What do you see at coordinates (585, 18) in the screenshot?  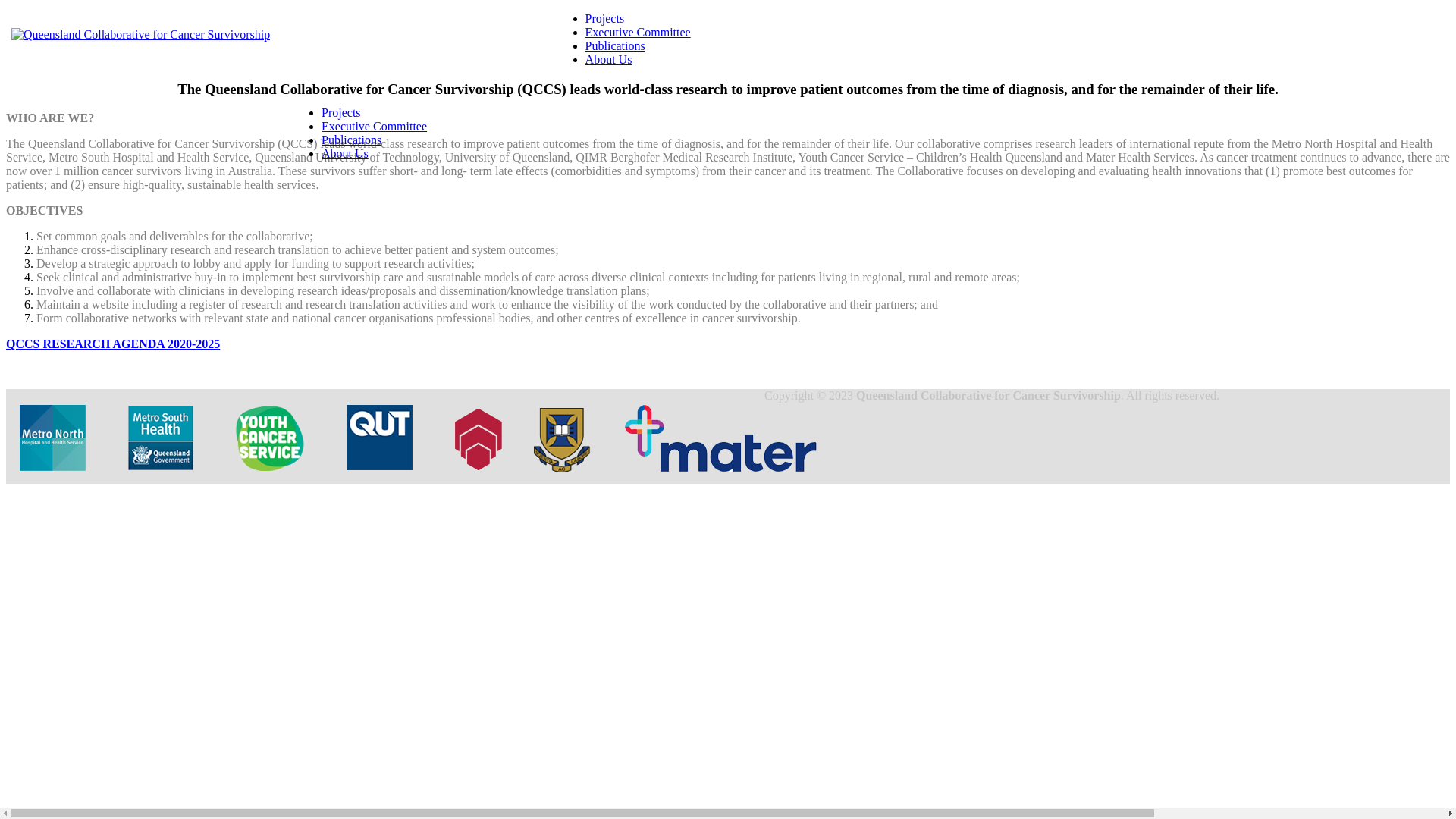 I see `'Projects'` at bounding box center [585, 18].